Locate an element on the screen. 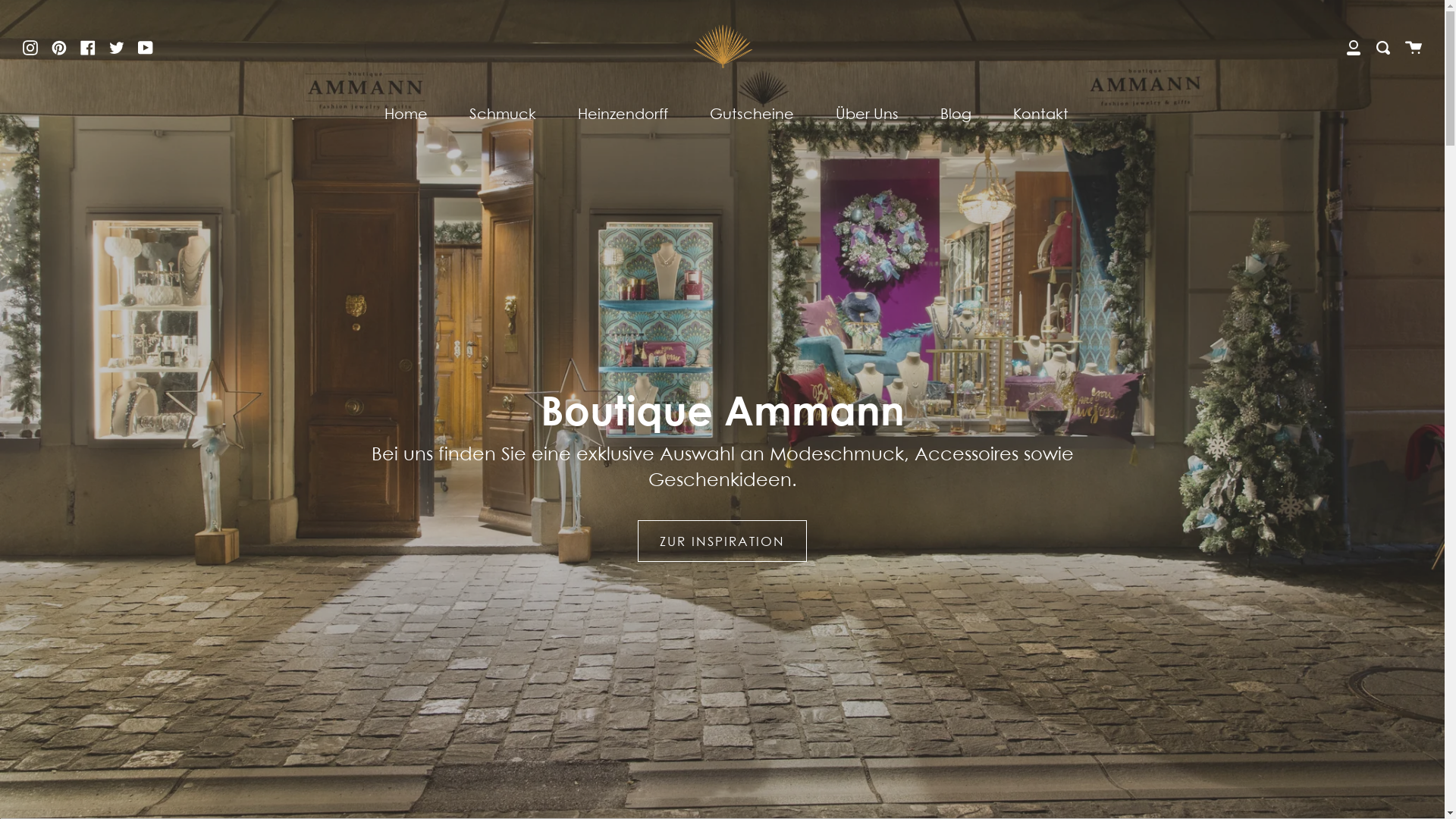 The height and width of the screenshot is (819, 1456). 'Suchen' is located at coordinates (1383, 45).